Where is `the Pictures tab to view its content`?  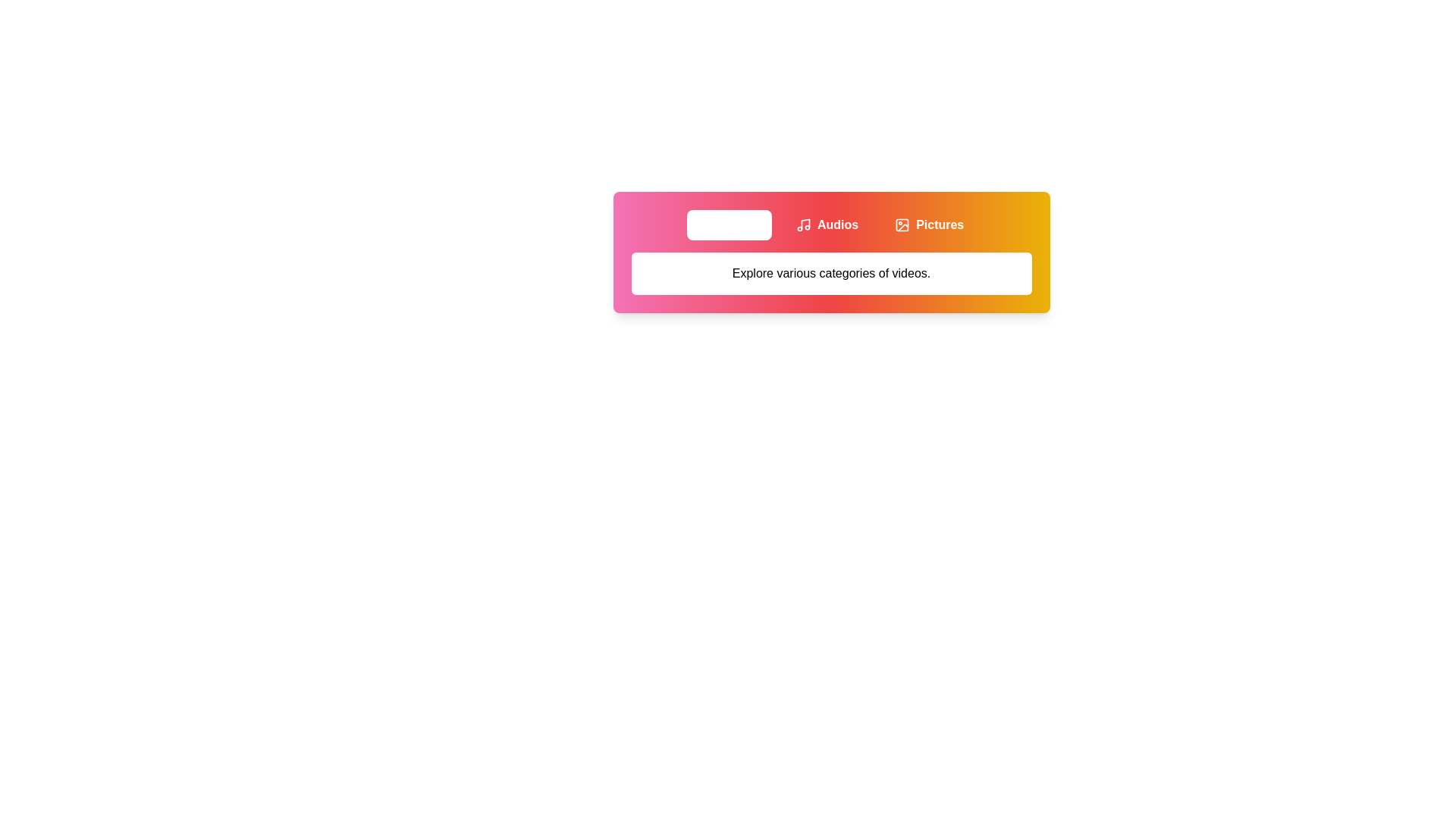 the Pictures tab to view its content is located at coordinates (928, 225).